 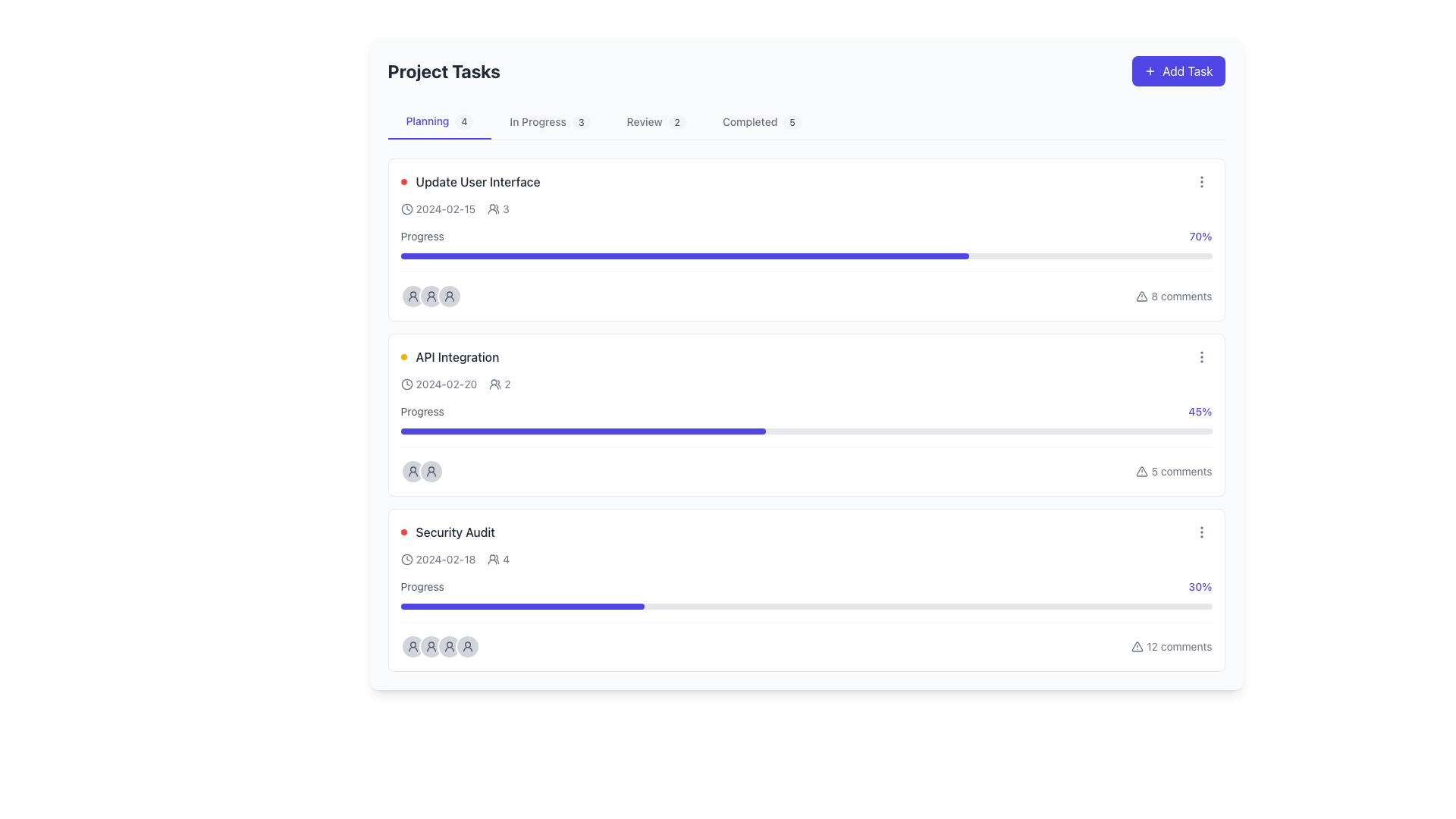 What do you see at coordinates (469, 180) in the screenshot?
I see `the title label of the first task item in the 'Planning' section, which helps users identify the task quickly` at bounding box center [469, 180].